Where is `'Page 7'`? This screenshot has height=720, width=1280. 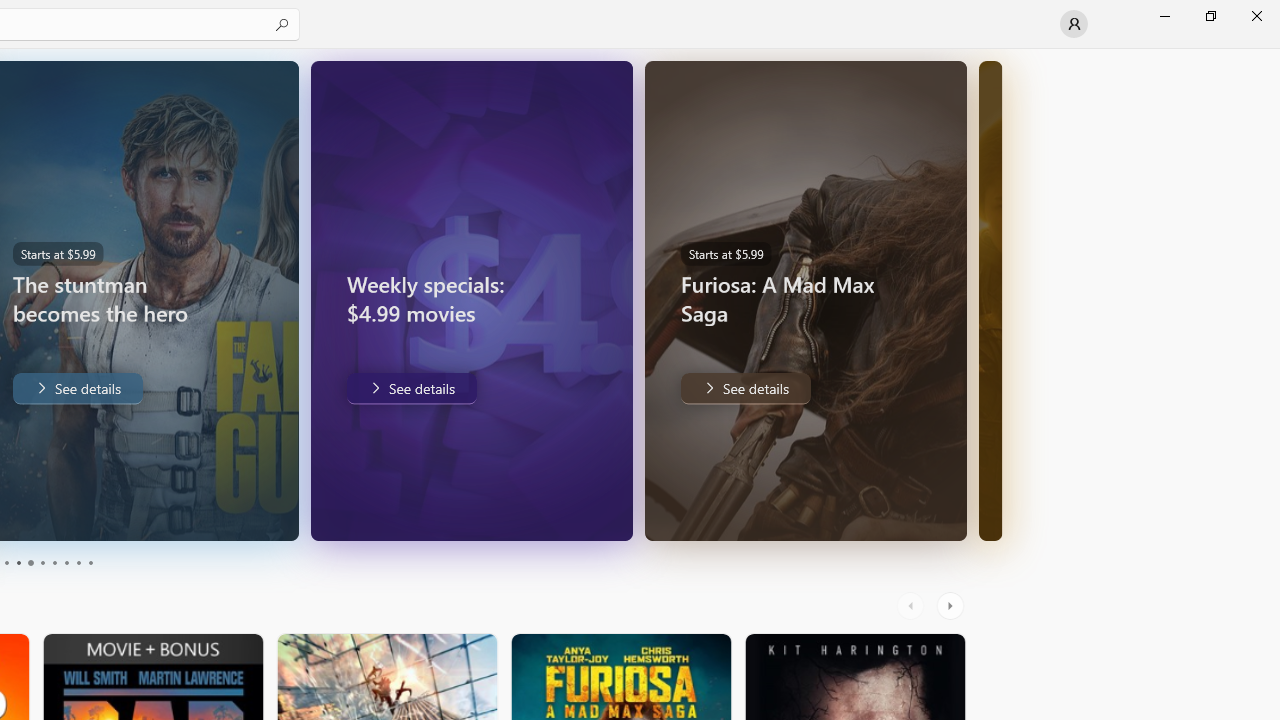 'Page 7' is located at coordinates (54, 563).